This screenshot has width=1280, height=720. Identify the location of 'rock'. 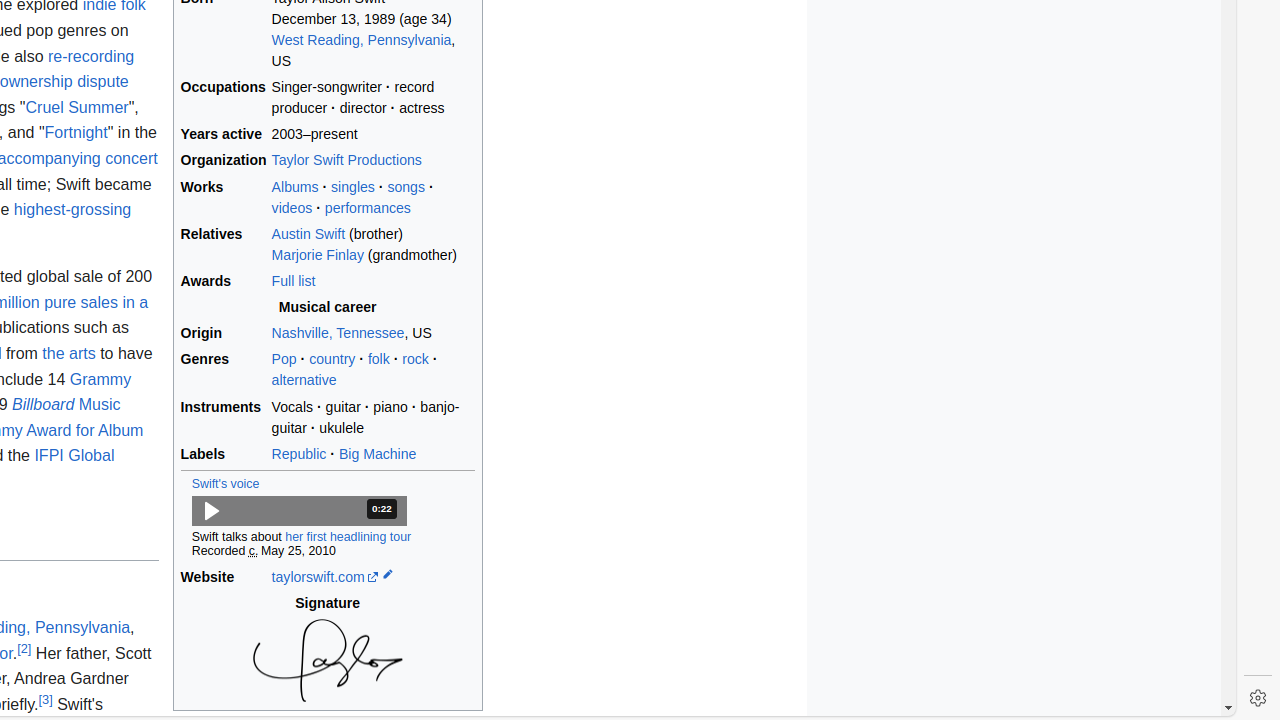
(414, 358).